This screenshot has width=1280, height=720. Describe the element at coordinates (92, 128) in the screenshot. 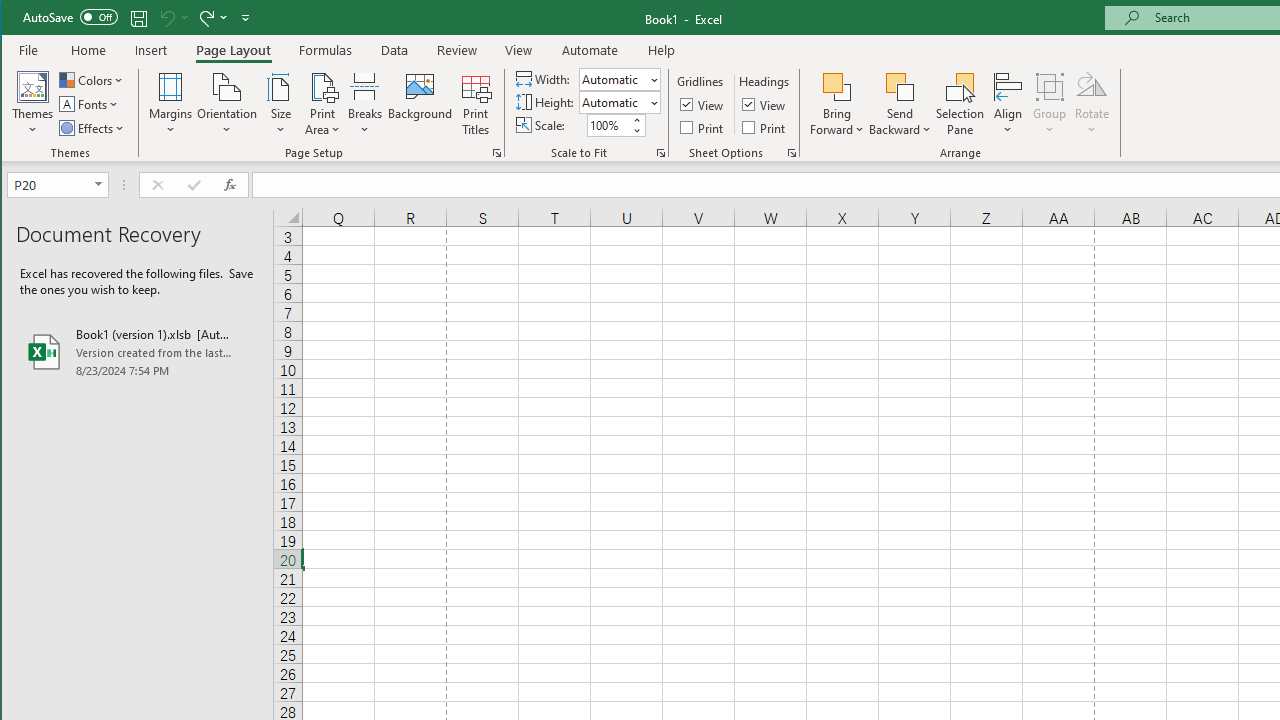

I see `'Effects'` at that location.